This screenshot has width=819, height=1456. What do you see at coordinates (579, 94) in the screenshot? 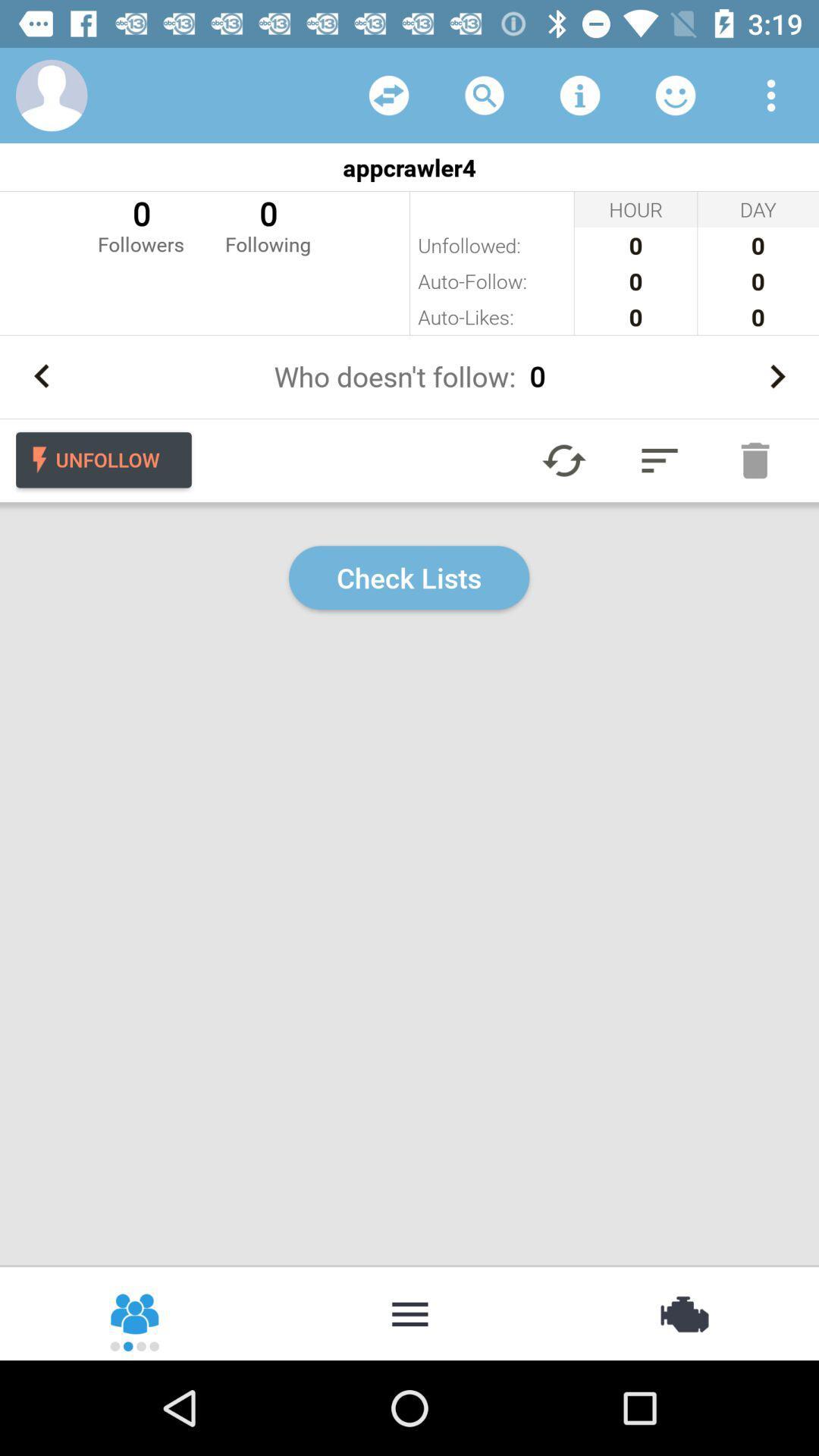
I see `the item above appcrawler4` at bounding box center [579, 94].